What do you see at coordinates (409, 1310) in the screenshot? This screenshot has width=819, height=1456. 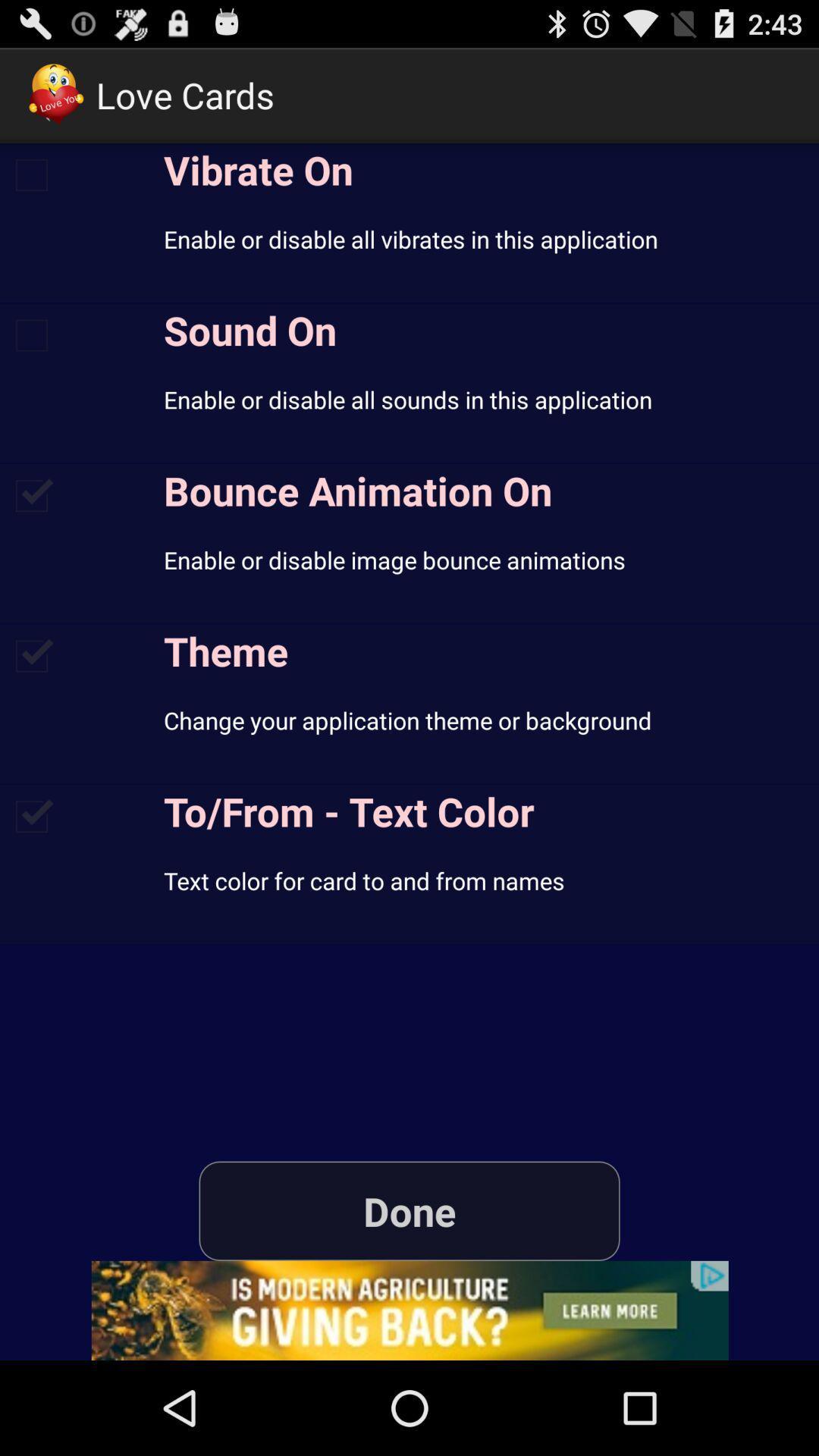 I see `advertisement` at bounding box center [409, 1310].